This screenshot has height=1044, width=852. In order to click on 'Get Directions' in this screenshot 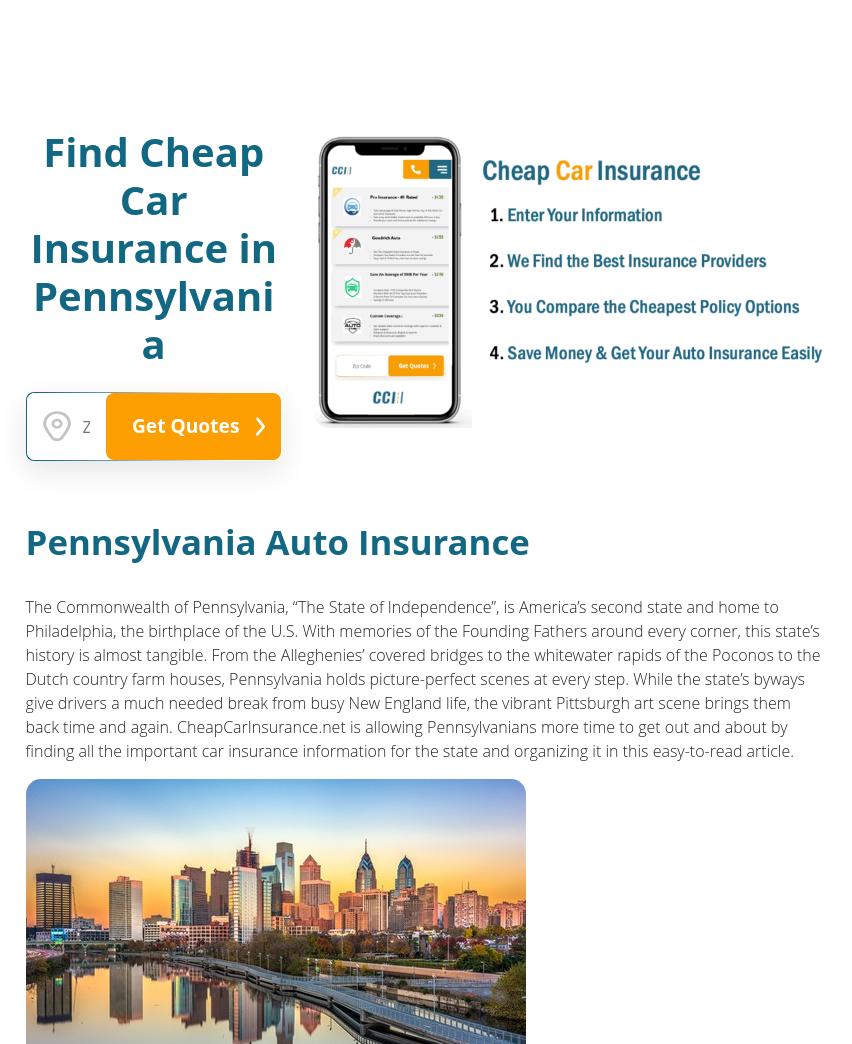, I will do `click(76, 871)`.